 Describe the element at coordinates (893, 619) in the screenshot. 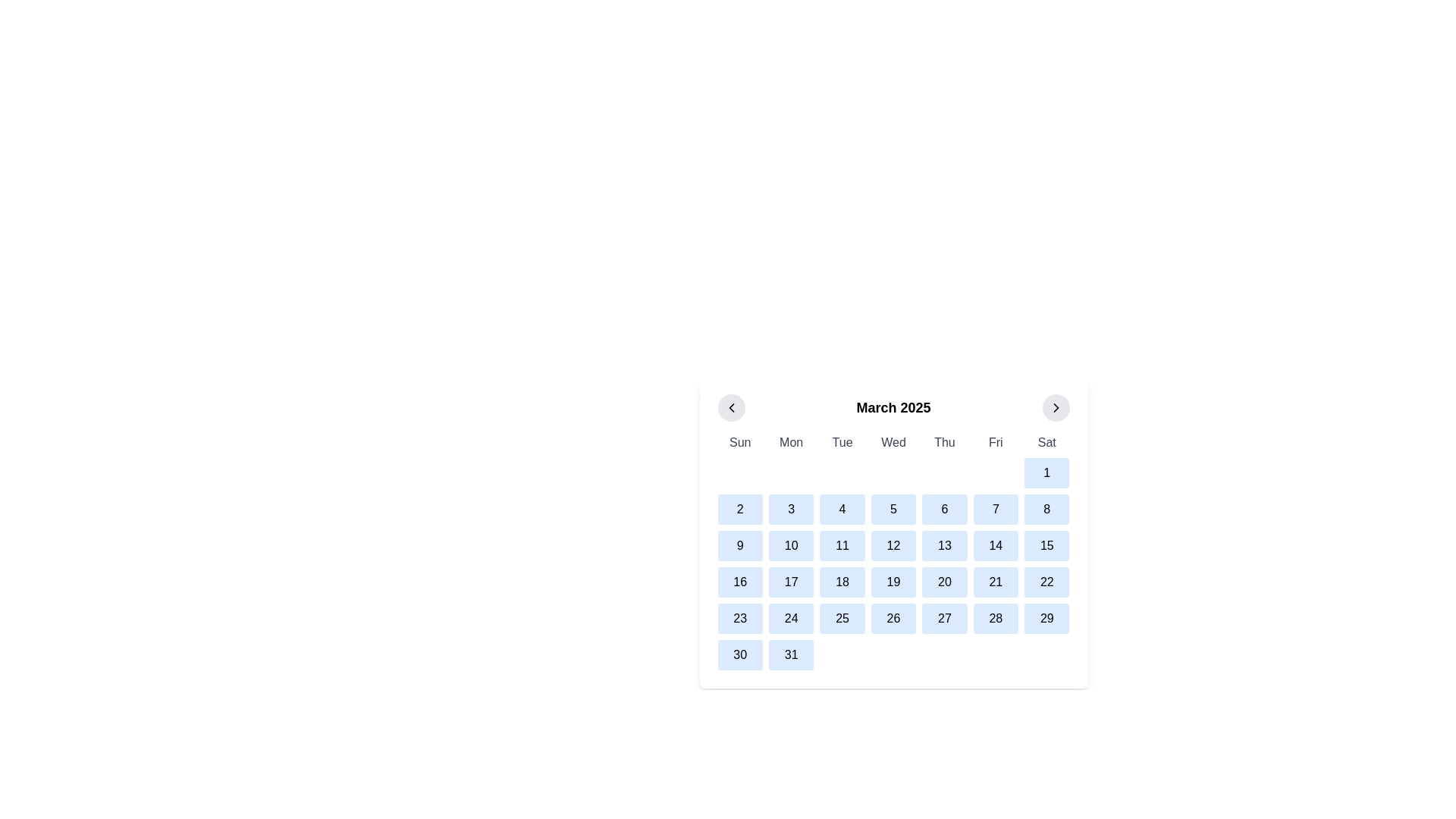

I see `the rectangular button with a light blue background and centered text '26'` at that location.